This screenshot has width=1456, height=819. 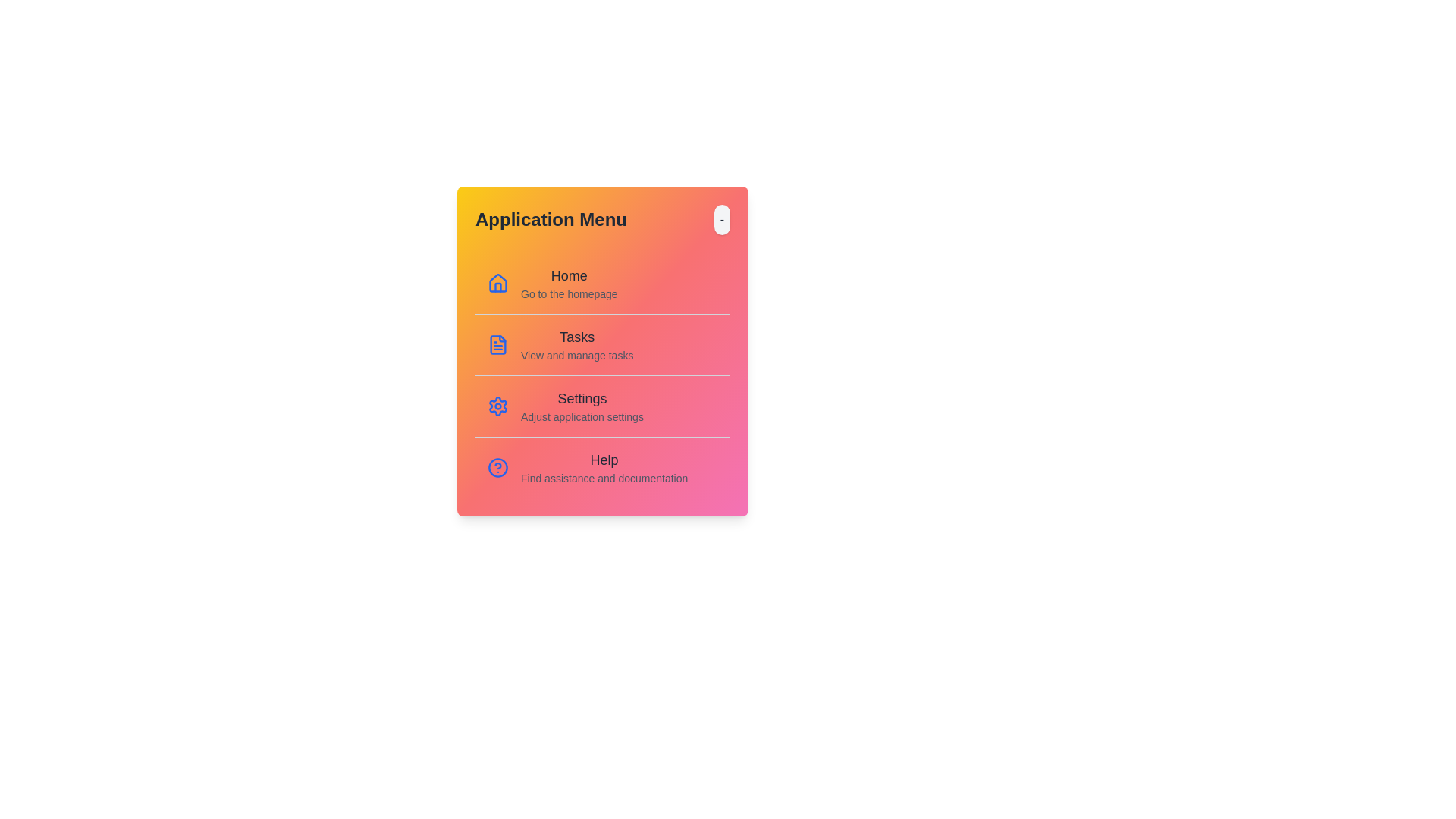 I want to click on the menu item corresponding to Home, so click(x=602, y=284).